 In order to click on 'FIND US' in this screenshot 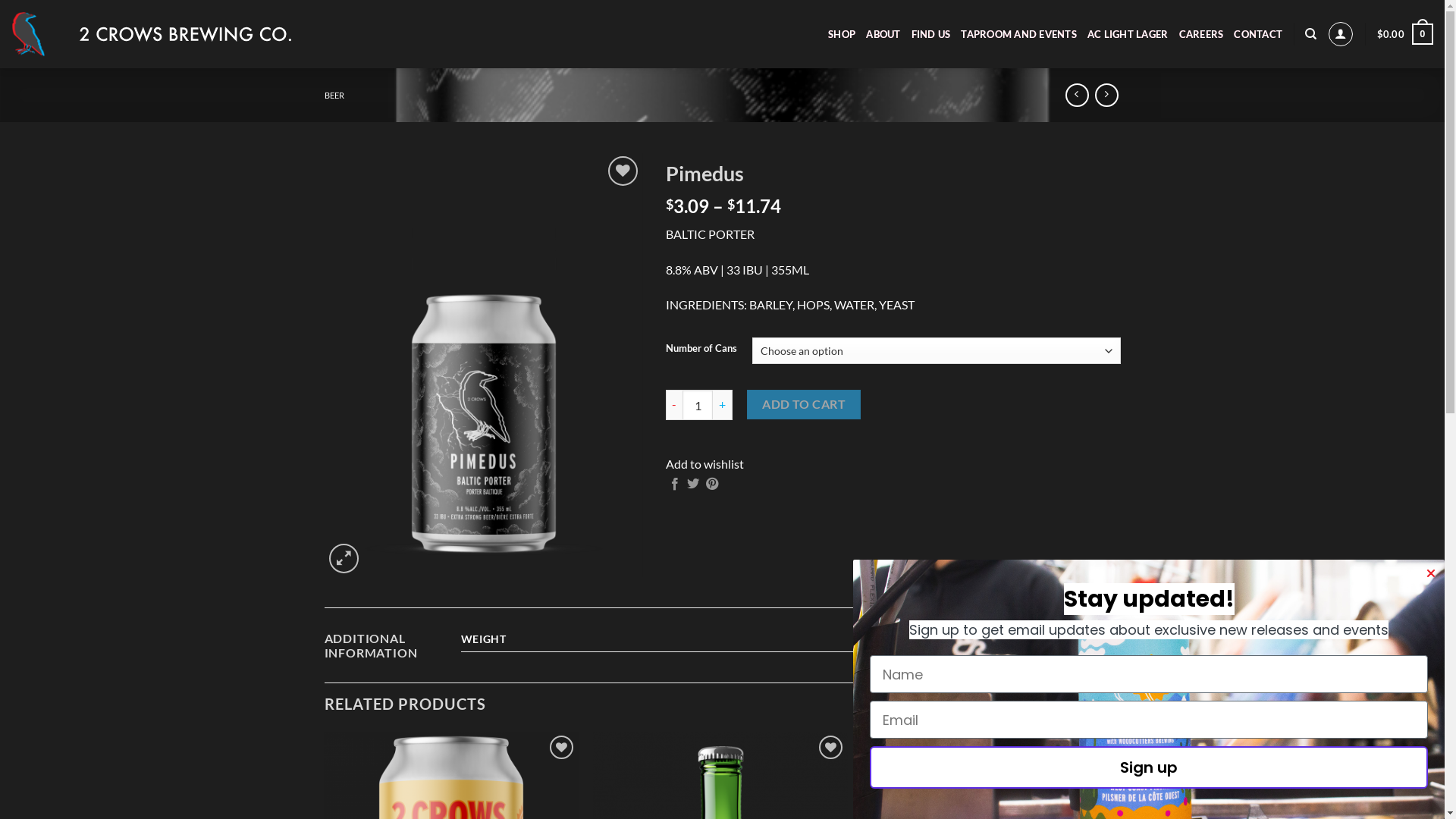, I will do `click(930, 34)`.